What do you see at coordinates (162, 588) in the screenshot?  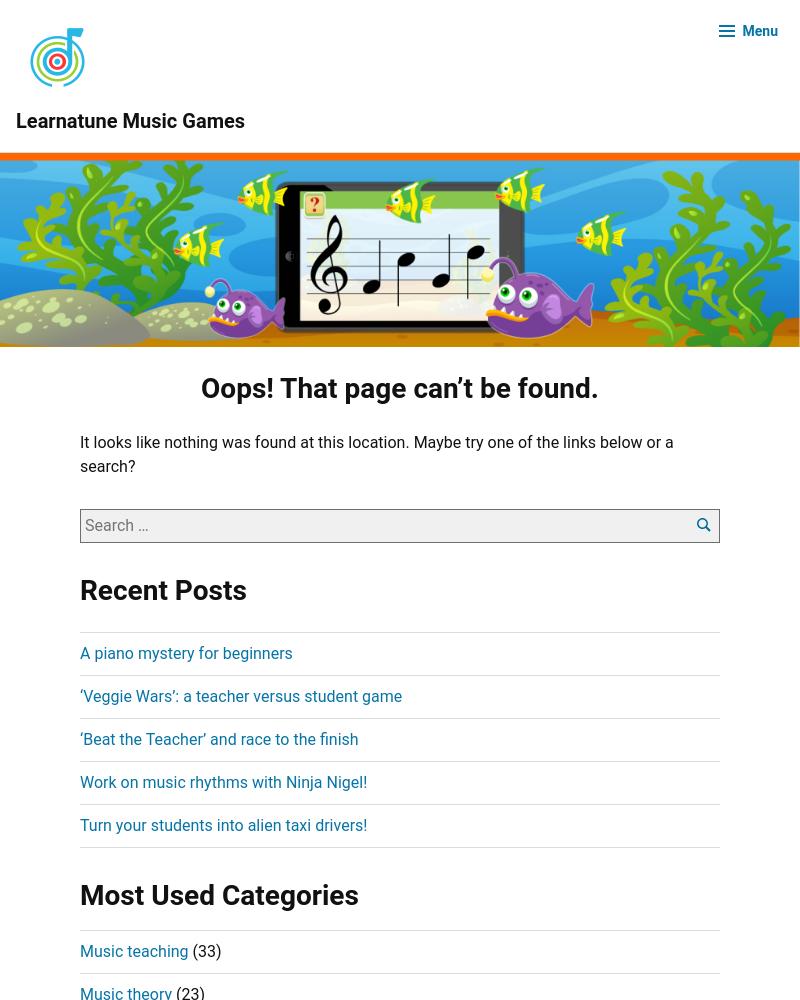 I see `'Recent Posts'` at bounding box center [162, 588].